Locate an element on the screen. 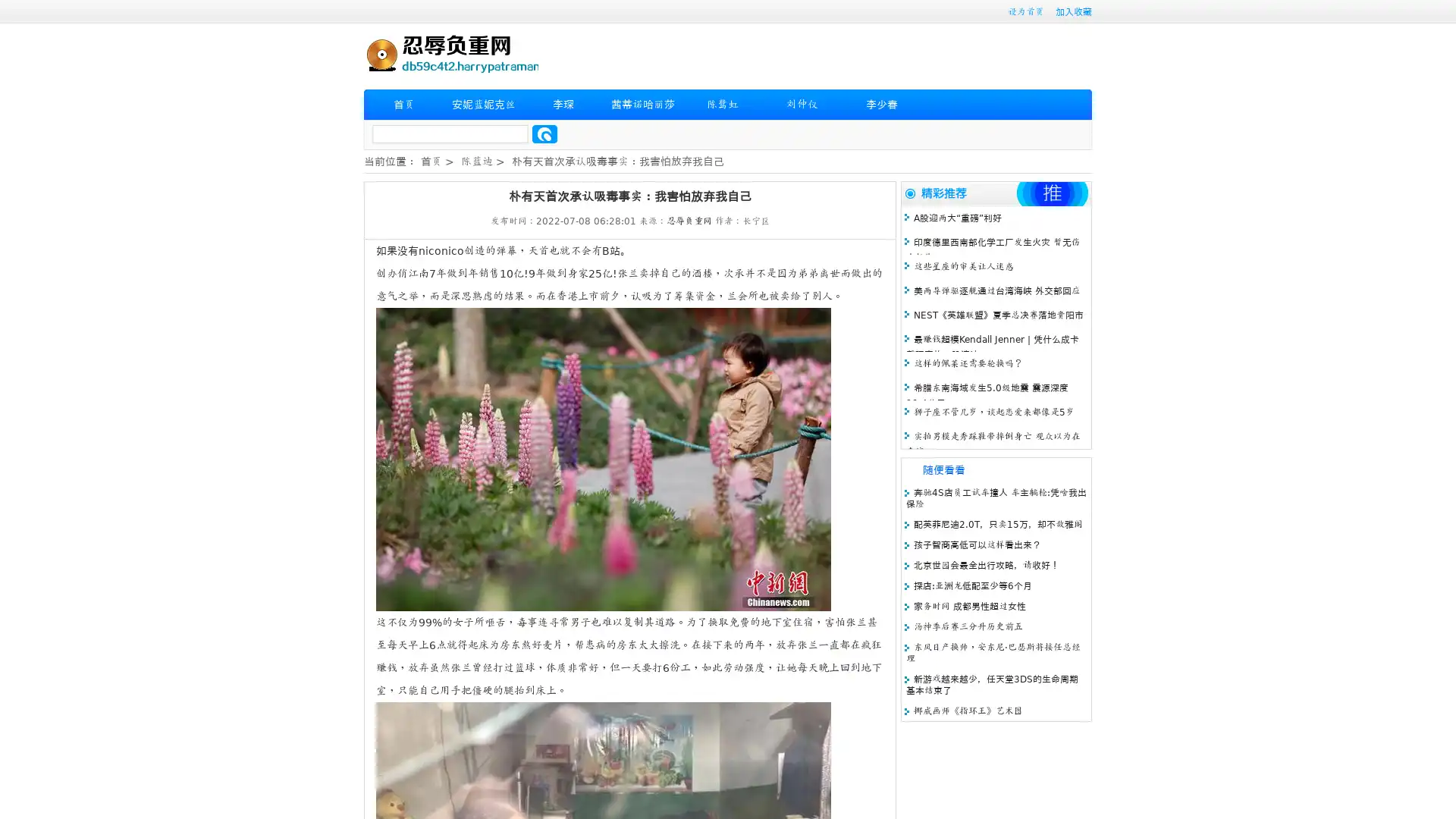 The width and height of the screenshot is (1456, 819). Search is located at coordinates (544, 133).